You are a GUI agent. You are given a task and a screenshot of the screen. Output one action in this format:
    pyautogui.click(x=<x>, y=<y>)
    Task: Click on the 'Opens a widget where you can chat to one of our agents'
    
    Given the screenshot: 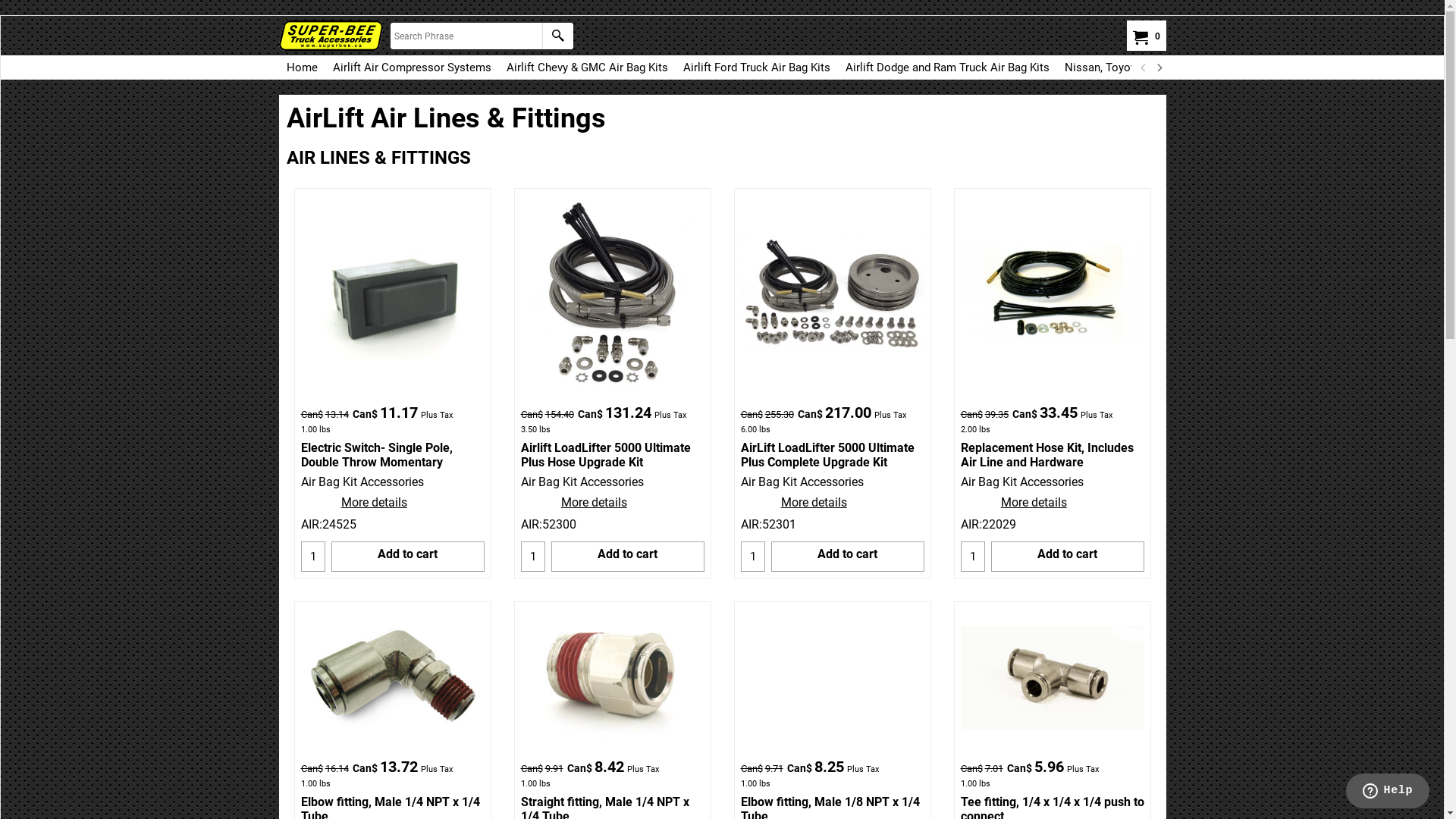 What is the action you would take?
    pyautogui.click(x=1387, y=792)
    